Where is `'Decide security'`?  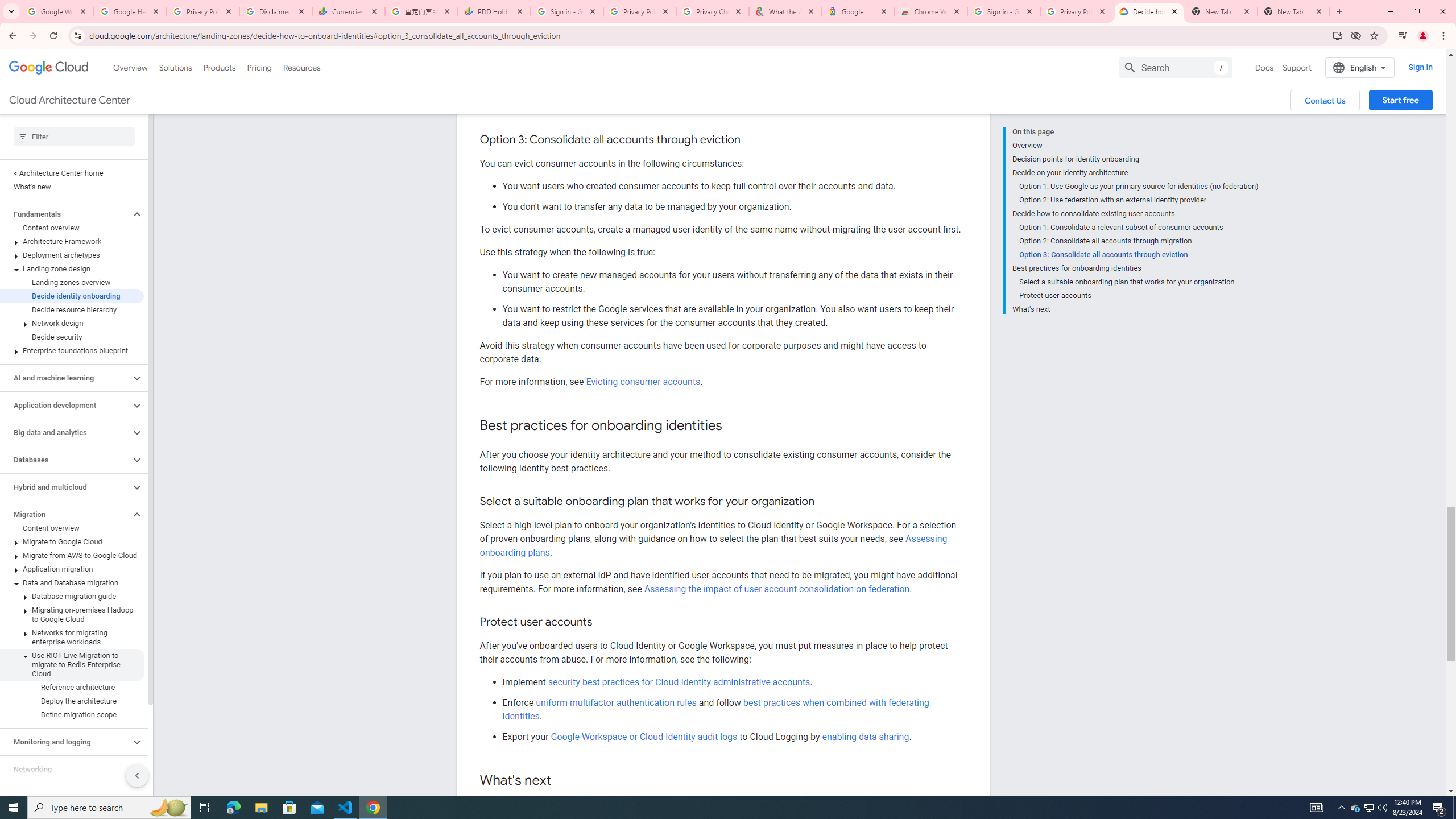 'Decide security' is located at coordinates (72, 336).